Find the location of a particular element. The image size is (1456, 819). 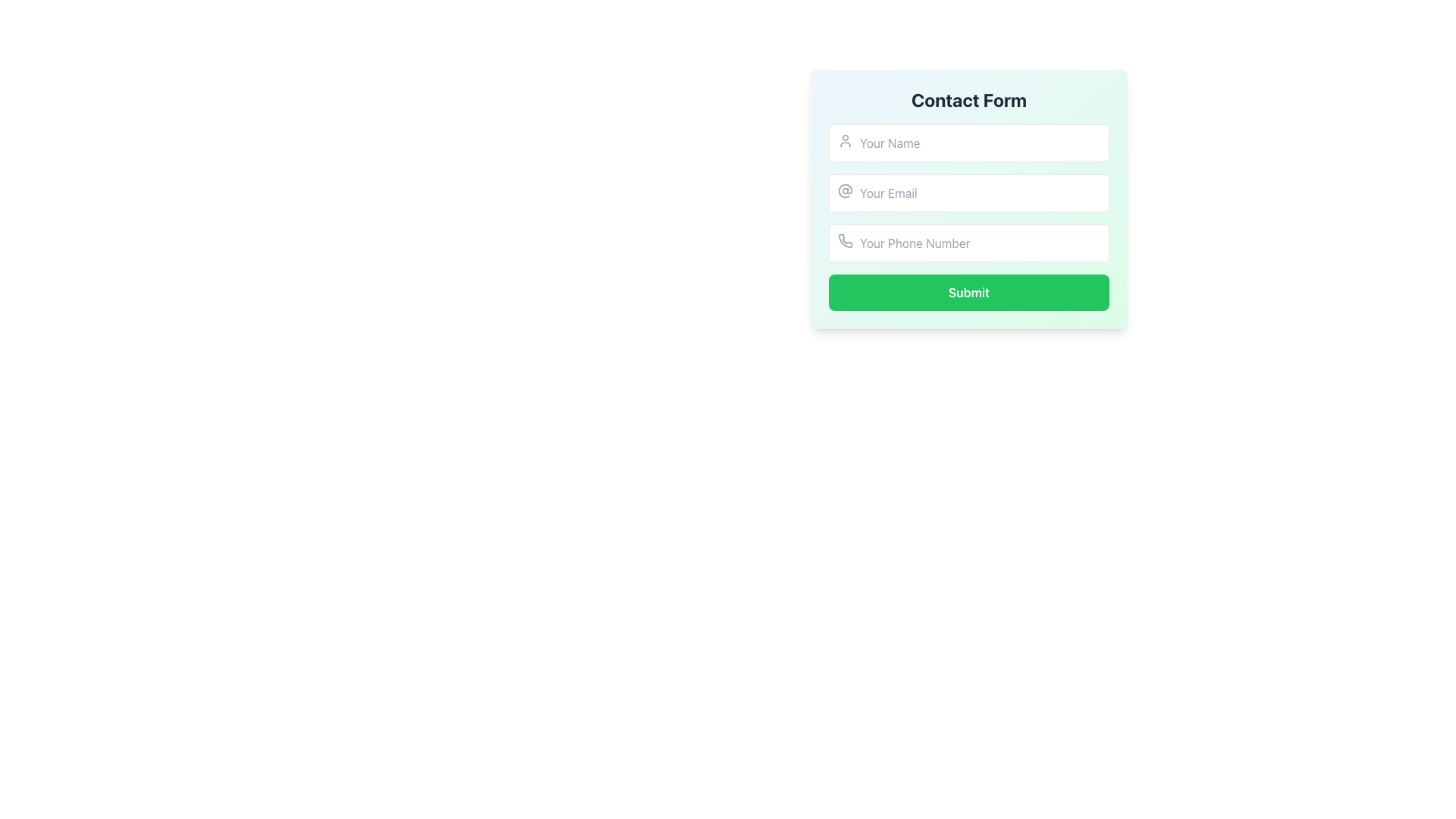

the input field labeled 'Your Email' by clicking on the '@' icon located to the left inside the field in the 'Contact Form' section is located at coordinates (844, 190).